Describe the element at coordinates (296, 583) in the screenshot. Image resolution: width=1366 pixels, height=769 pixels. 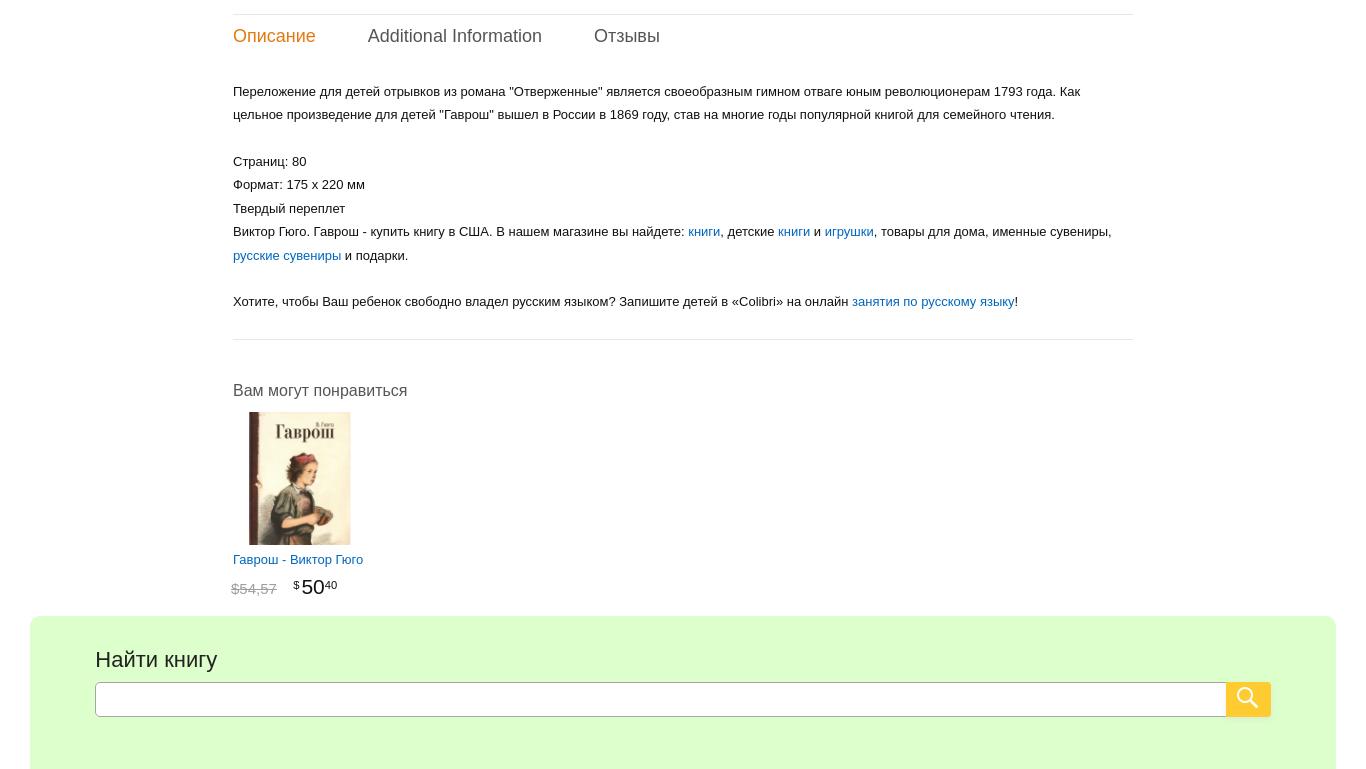
I see `'$'` at that location.